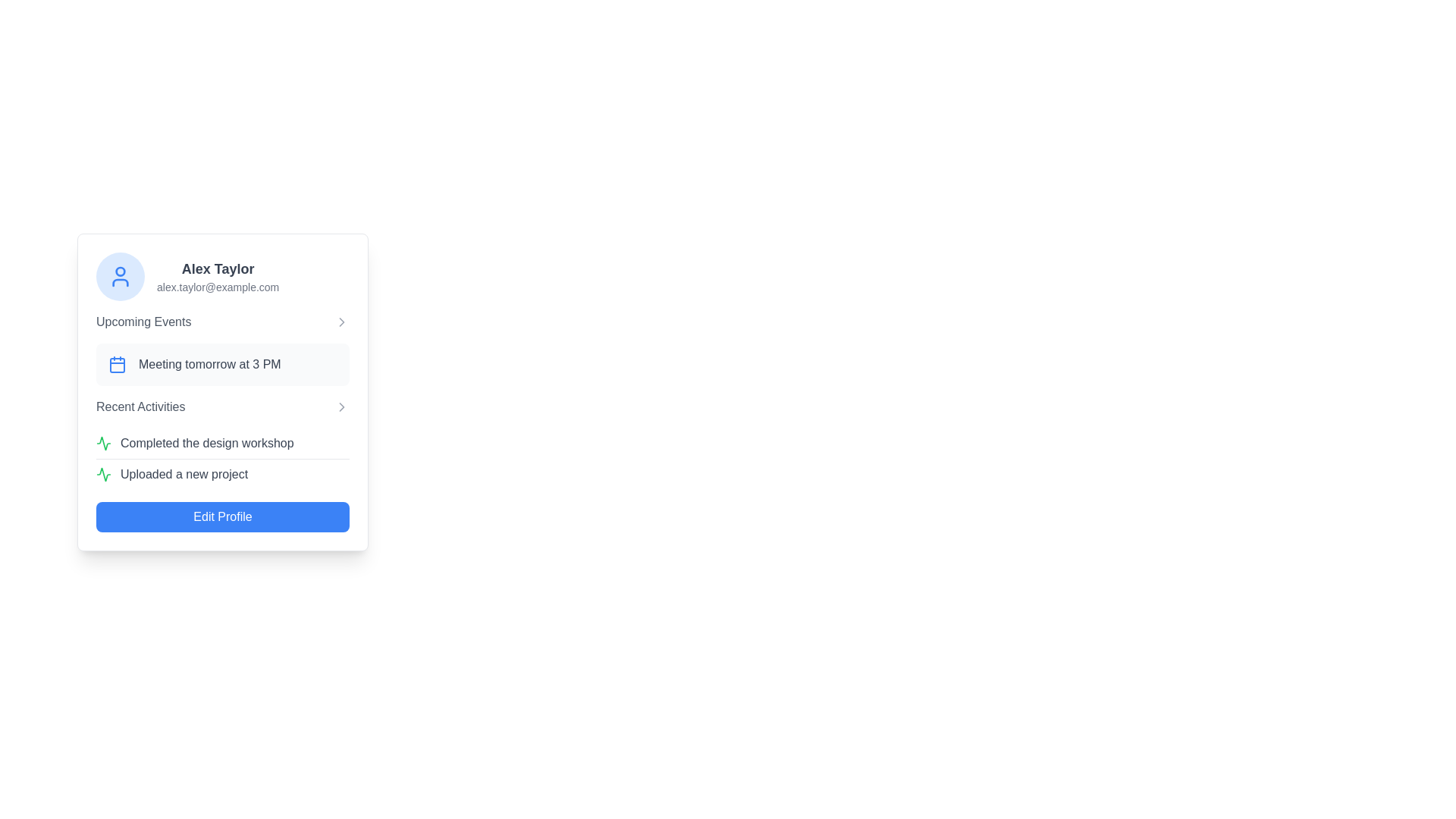 This screenshot has width=1456, height=819. What do you see at coordinates (116, 365) in the screenshot?
I see `the calendar icon with a blue outline that is positioned to the left of the text 'Meeting tomorrow at 3 PM' in the 'Upcoming Events' section of the card layout` at bounding box center [116, 365].